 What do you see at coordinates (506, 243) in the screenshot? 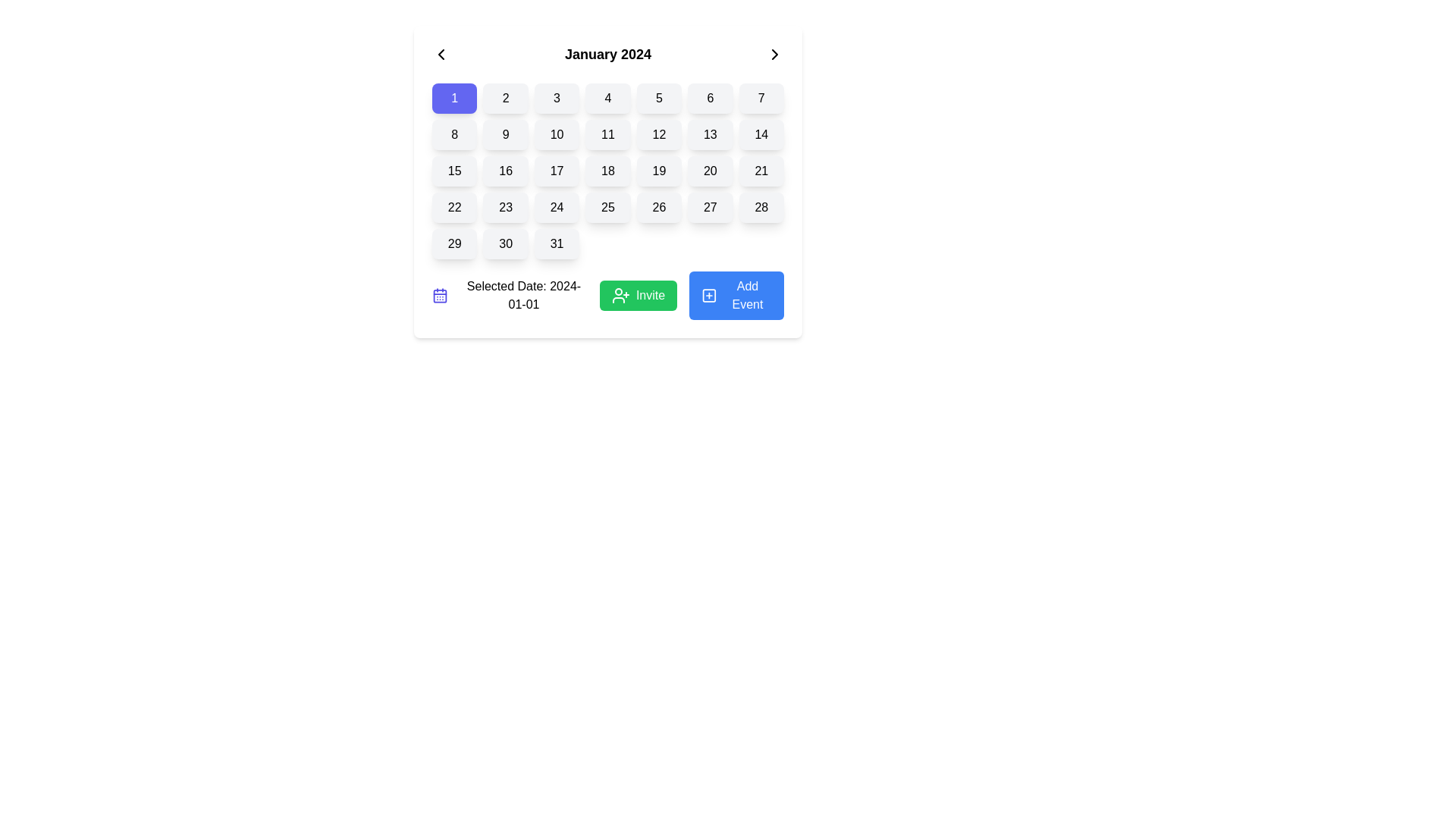
I see `the button-like clickable calendar date representing the 30th day of the month, located in the last row and second column of the calendar grid` at bounding box center [506, 243].